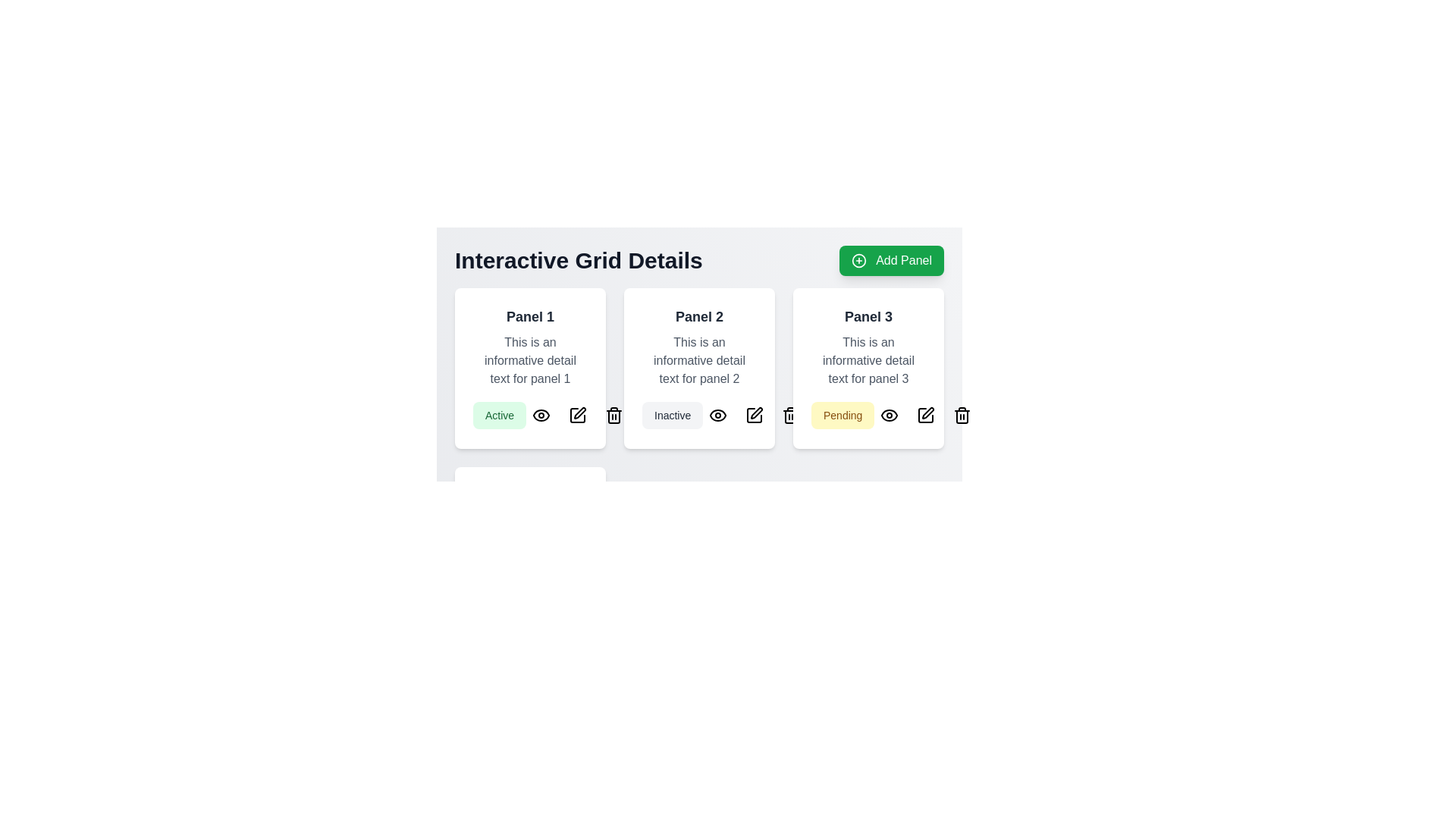 The width and height of the screenshot is (1456, 819). I want to click on the edit button located in the bottom action bar of 'Panel 3' to modify the panel's details, so click(925, 415).